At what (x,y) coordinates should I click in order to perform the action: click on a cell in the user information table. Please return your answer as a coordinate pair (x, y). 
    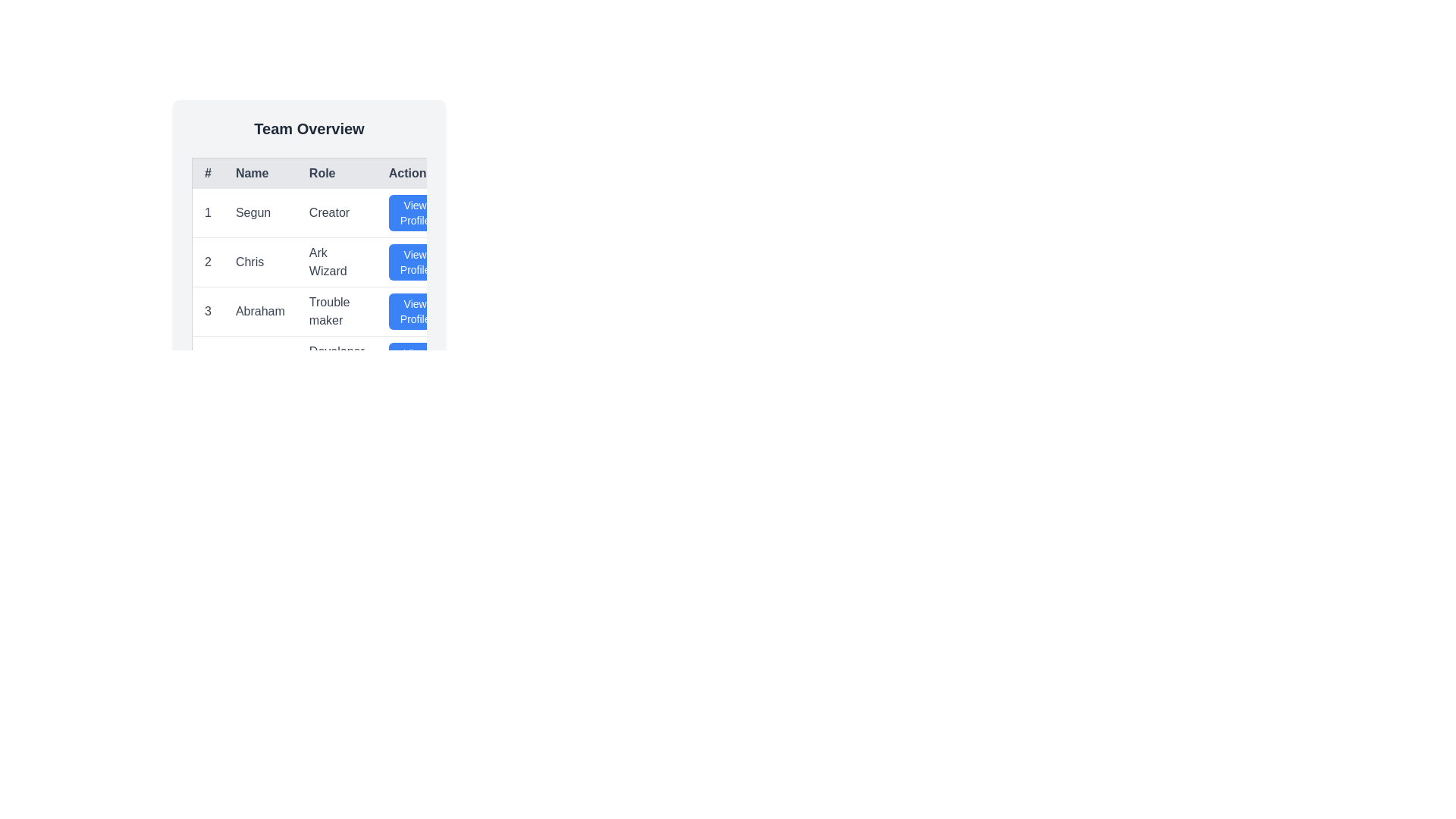
    Looking at the image, I should click on (329, 271).